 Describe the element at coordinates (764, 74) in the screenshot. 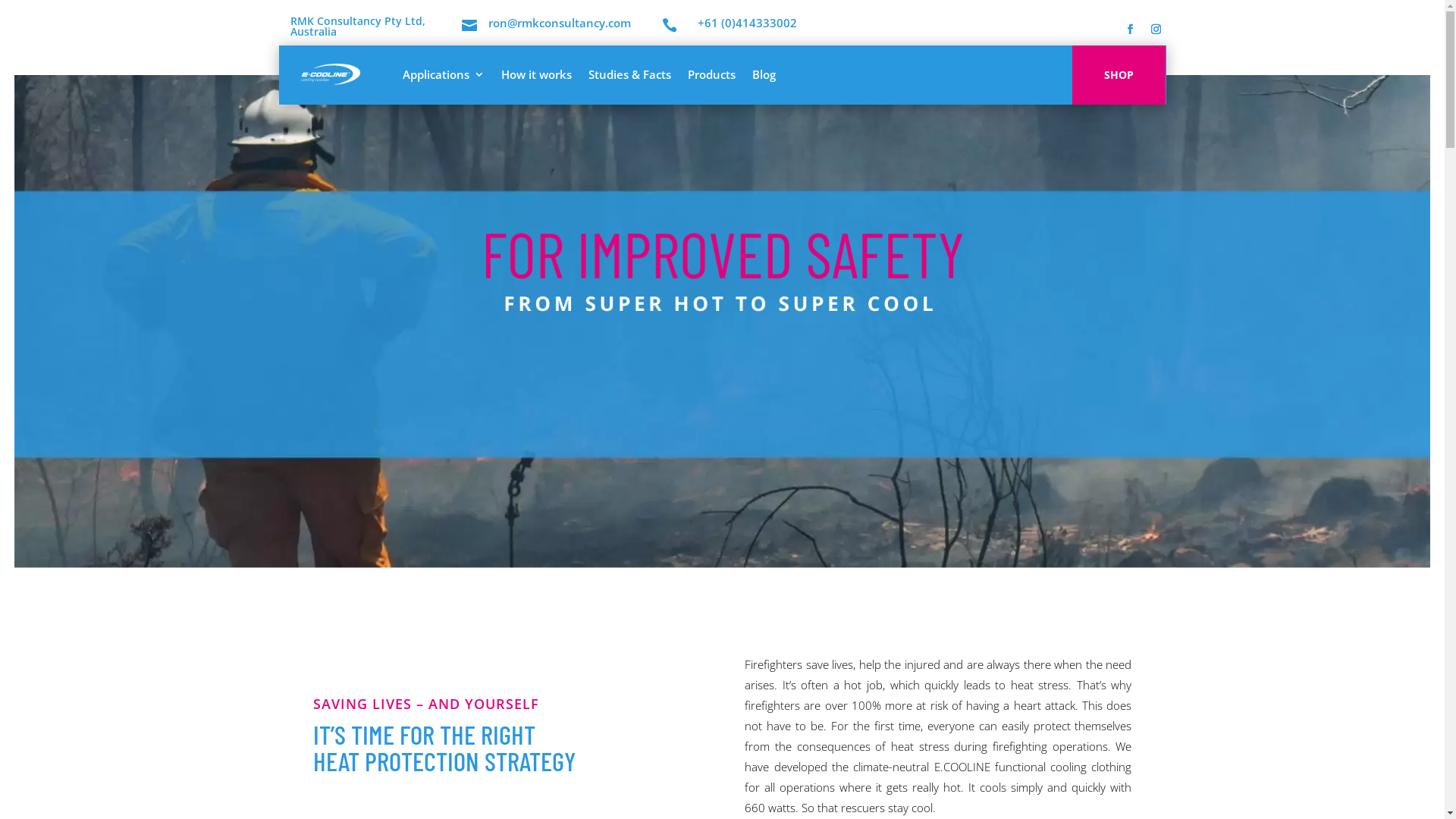

I see `'Blog'` at that location.